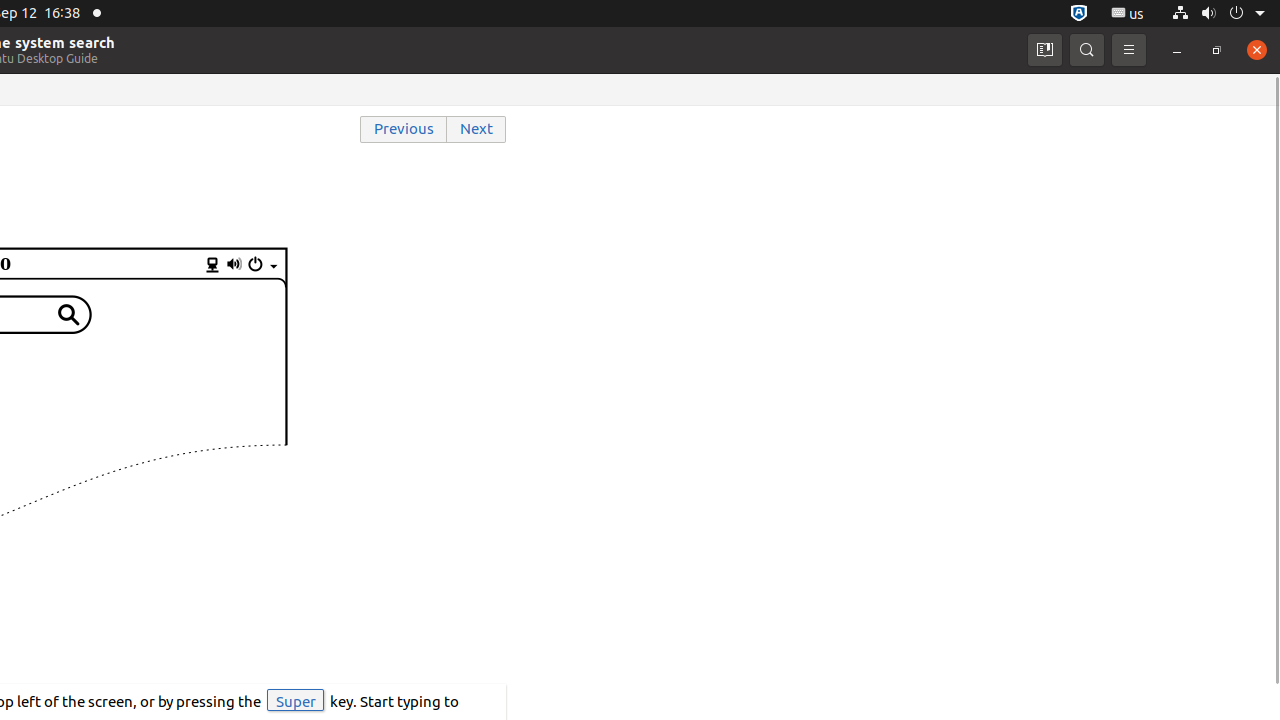 The width and height of the screenshot is (1280, 720). What do you see at coordinates (402, 129) in the screenshot?
I see `'Previous'` at bounding box center [402, 129].